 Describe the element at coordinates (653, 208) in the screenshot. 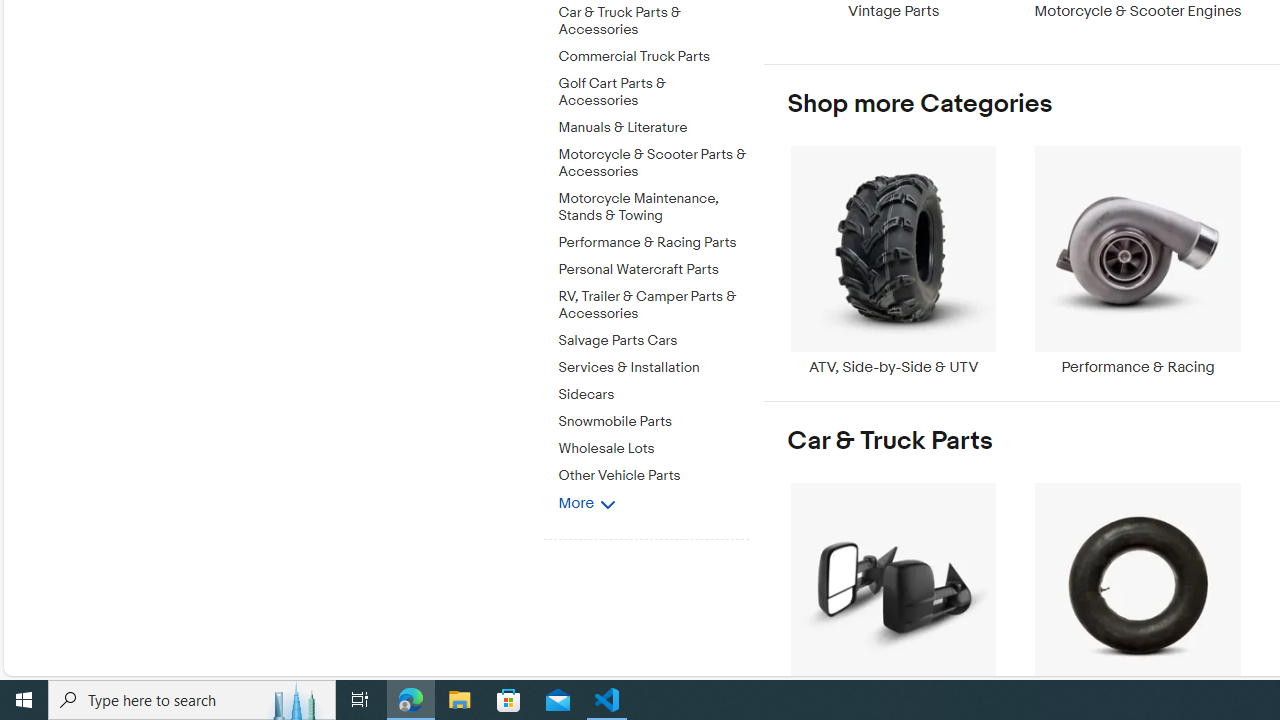

I see `'Motorcycle Maintenance, Stands & Towing'` at that location.